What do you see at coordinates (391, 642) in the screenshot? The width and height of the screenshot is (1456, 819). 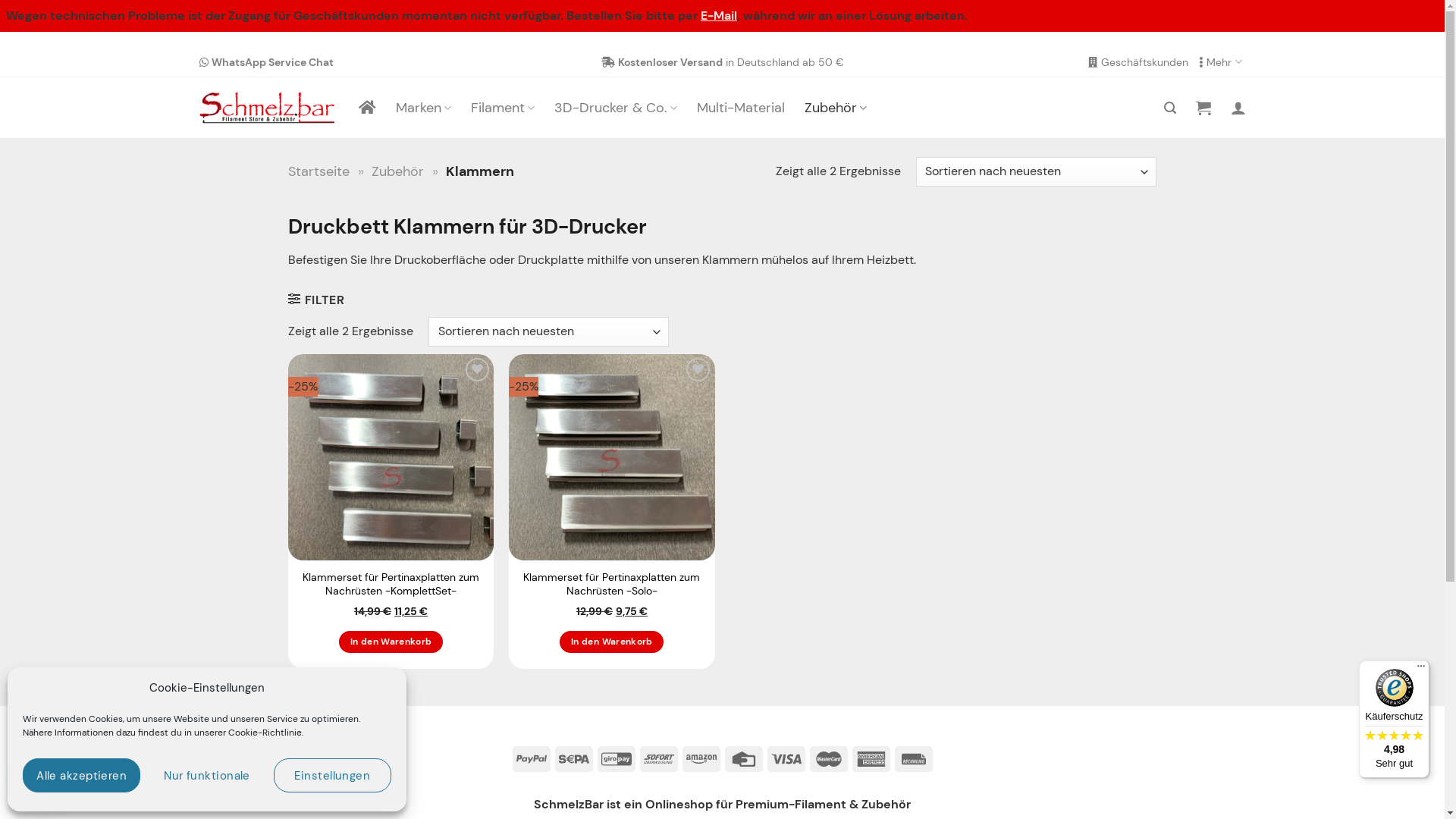 I see `'In den Warenkorb'` at bounding box center [391, 642].